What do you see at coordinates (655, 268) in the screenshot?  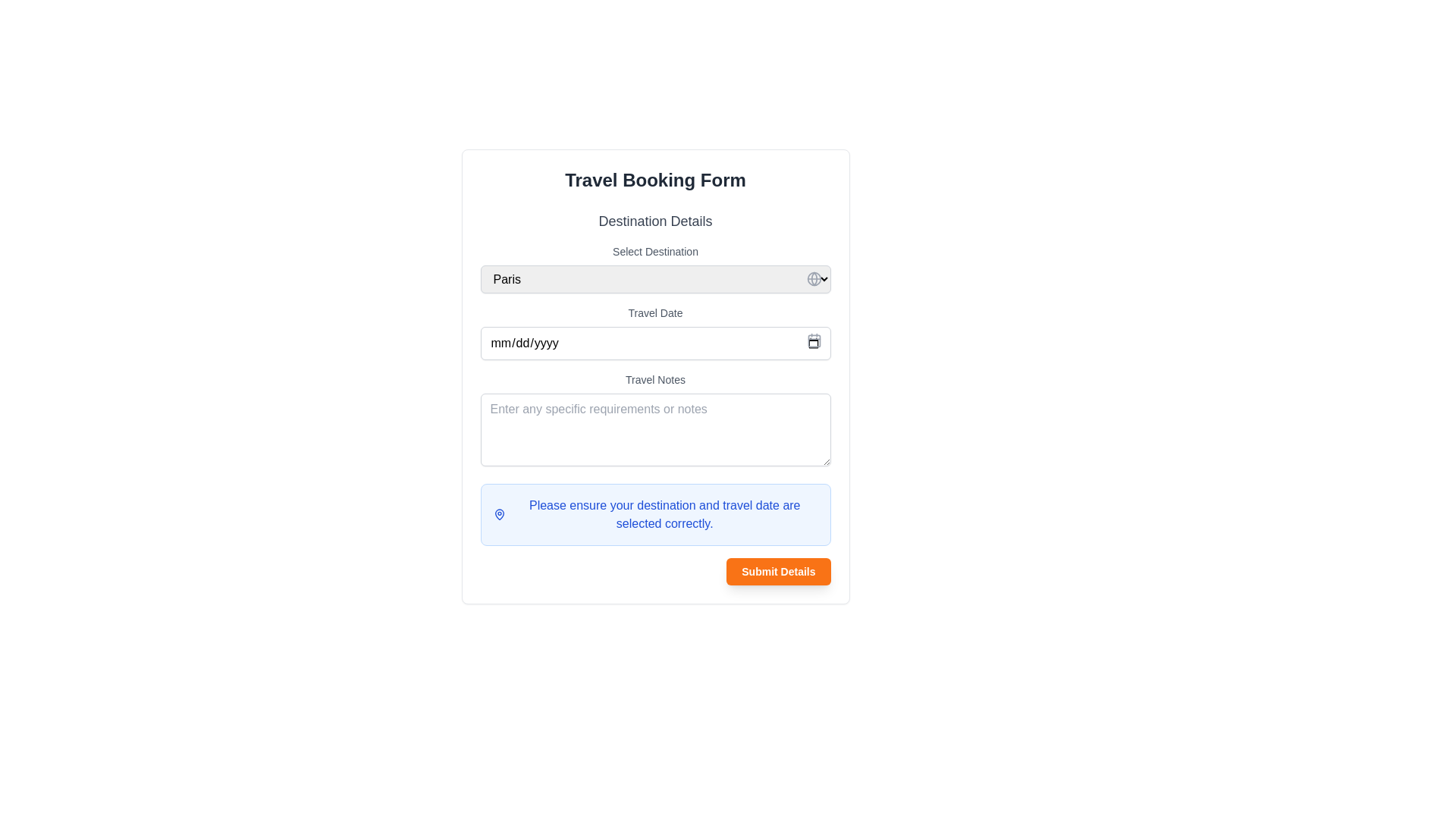 I see `the Dropdown menu in the 'Destination Details' section` at bounding box center [655, 268].